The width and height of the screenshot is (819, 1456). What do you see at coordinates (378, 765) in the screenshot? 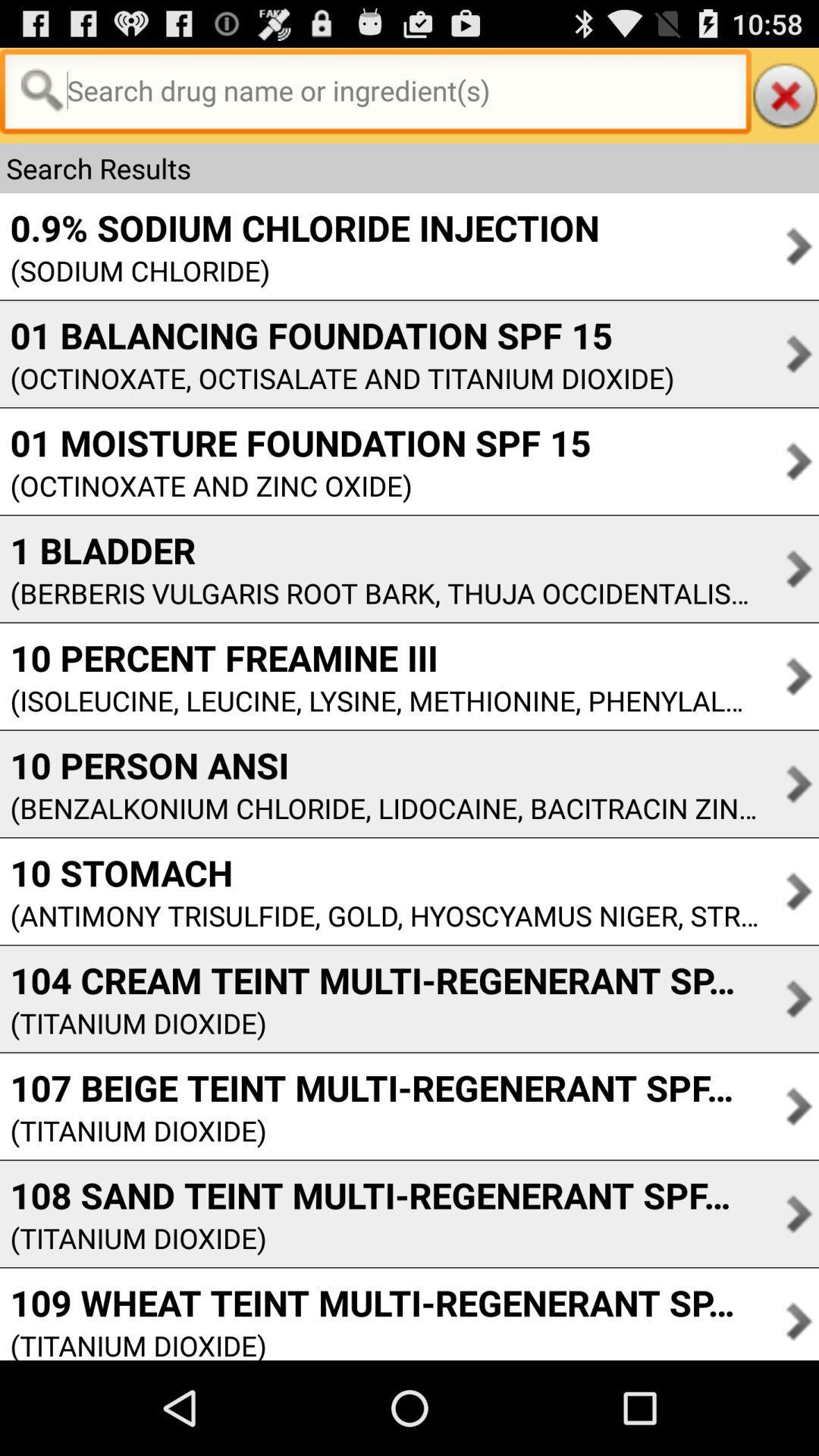
I see `10 person ansi item` at bounding box center [378, 765].